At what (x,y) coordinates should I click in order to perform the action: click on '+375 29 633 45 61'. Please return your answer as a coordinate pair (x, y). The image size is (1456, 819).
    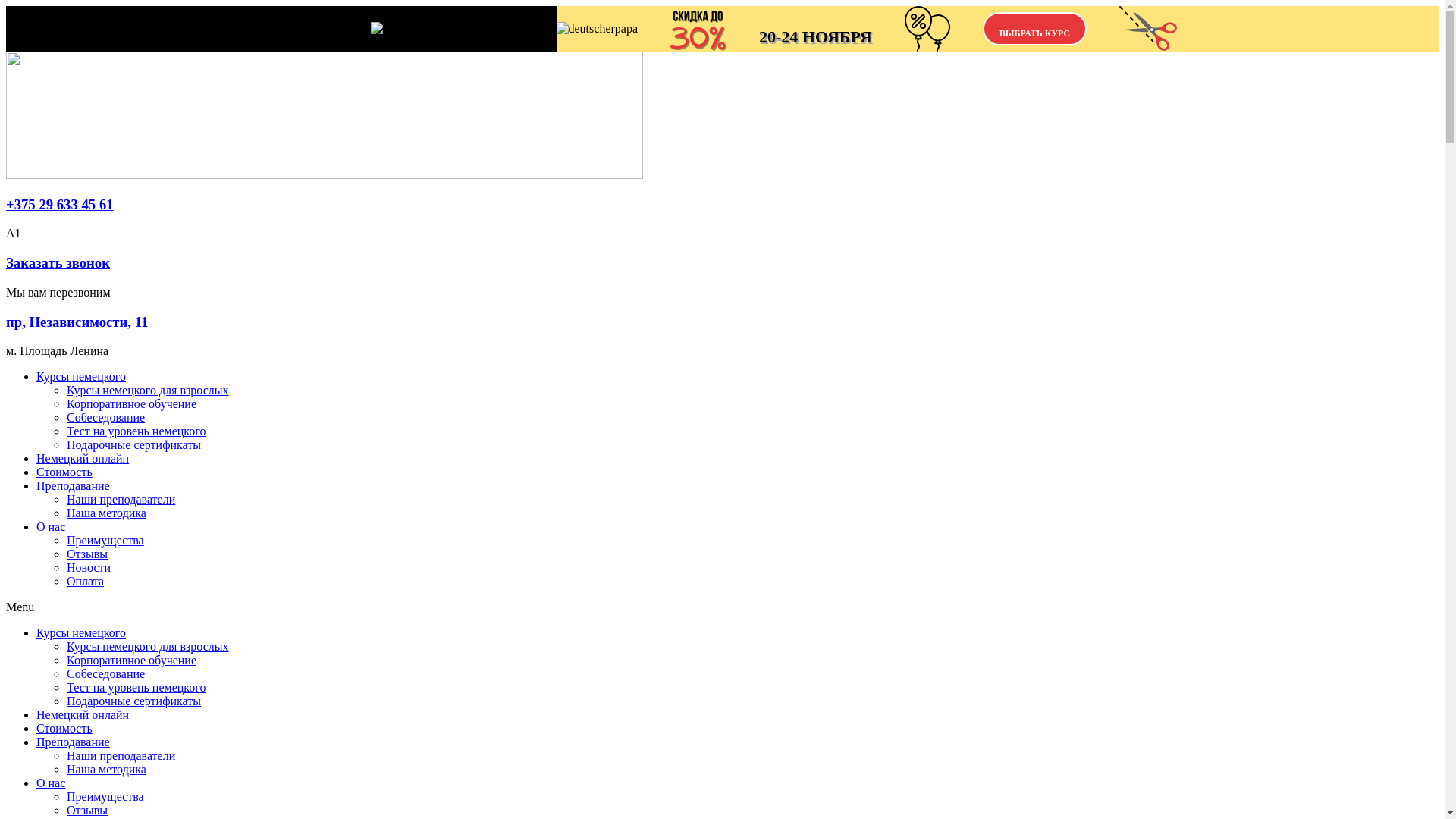
    Looking at the image, I should click on (59, 203).